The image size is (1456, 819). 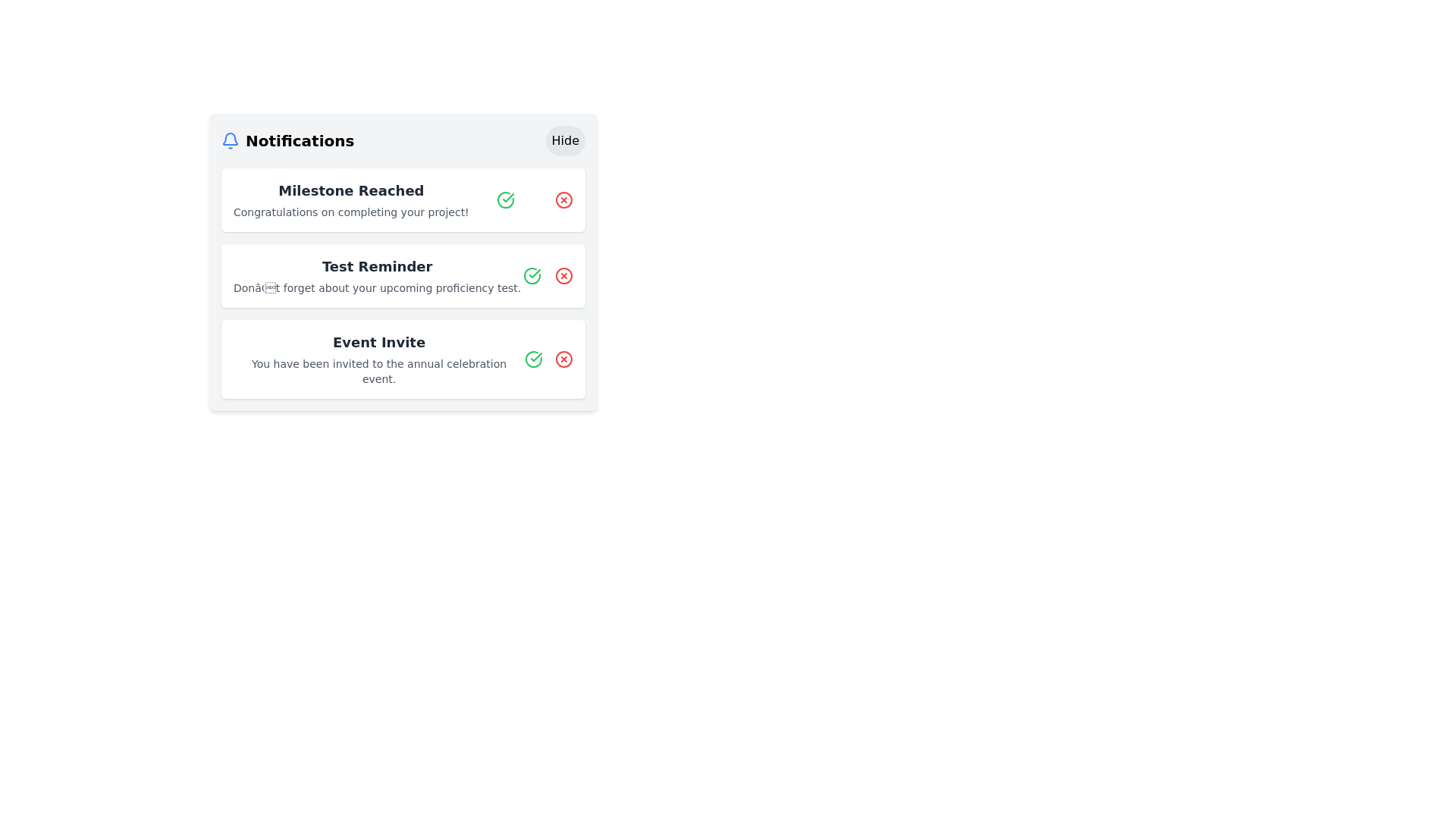 What do you see at coordinates (506, 199) in the screenshot?
I see `the green check mark SVG icon within the notification card to acknowledge the message 'Milestone Reached Congratulations on completing your project!'` at bounding box center [506, 199].